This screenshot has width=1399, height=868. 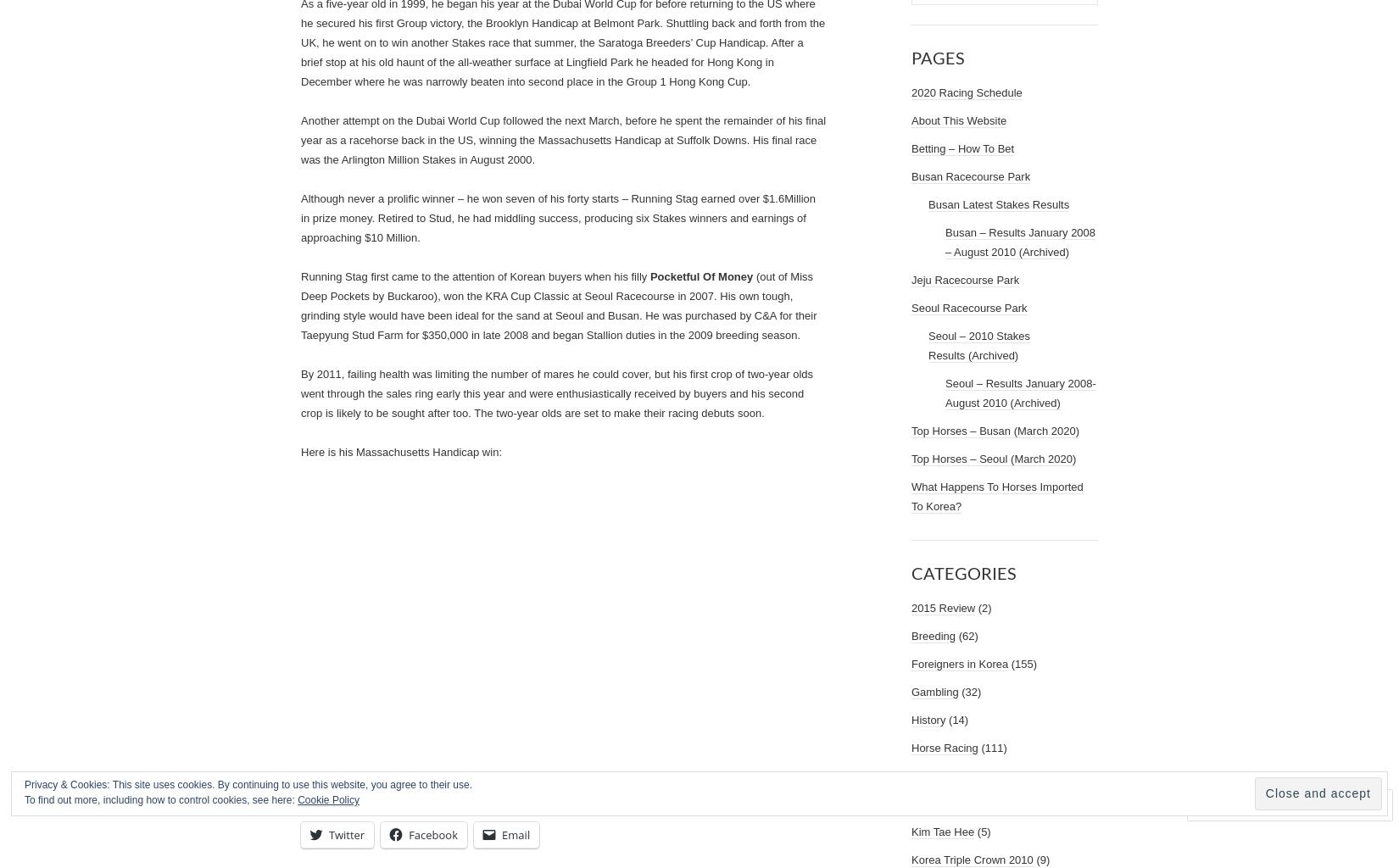 I want to click on 'Email', so click(x=515, y=832).